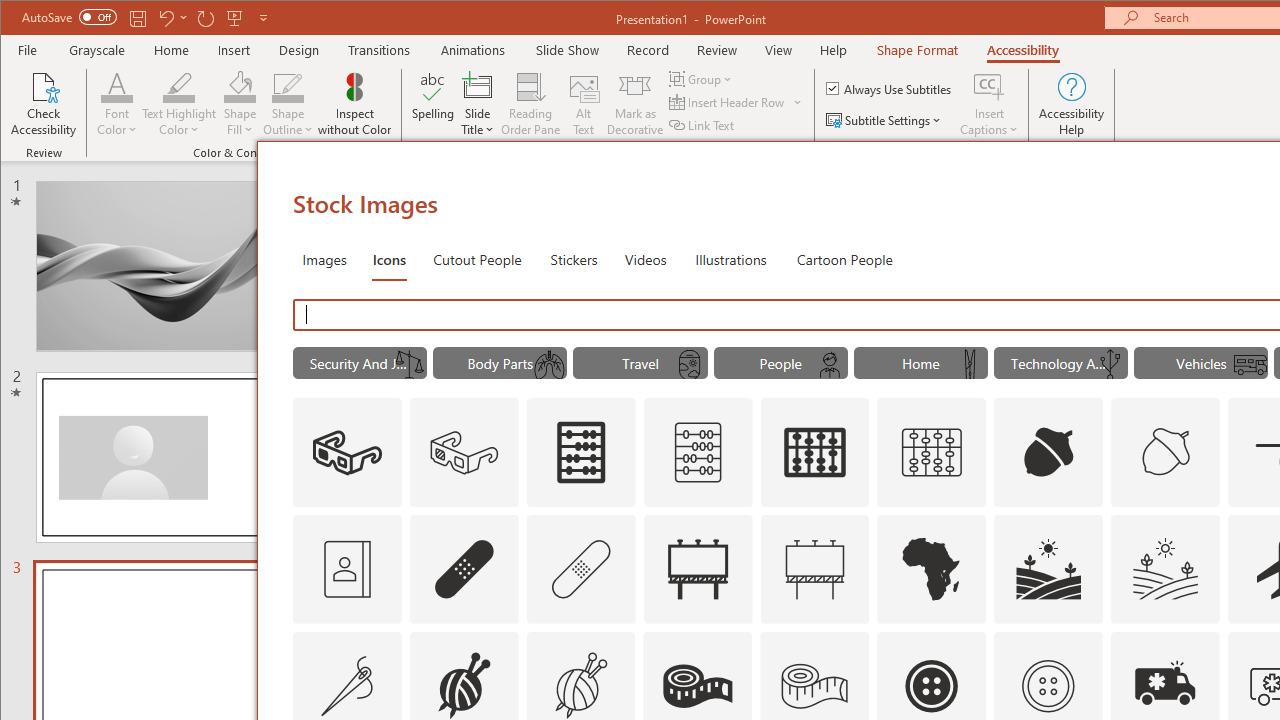 The height and width of the screenshot is (720, 1280). I want to click on 'AutomationID: Icons_Acorn_M', so click(1166, 452).